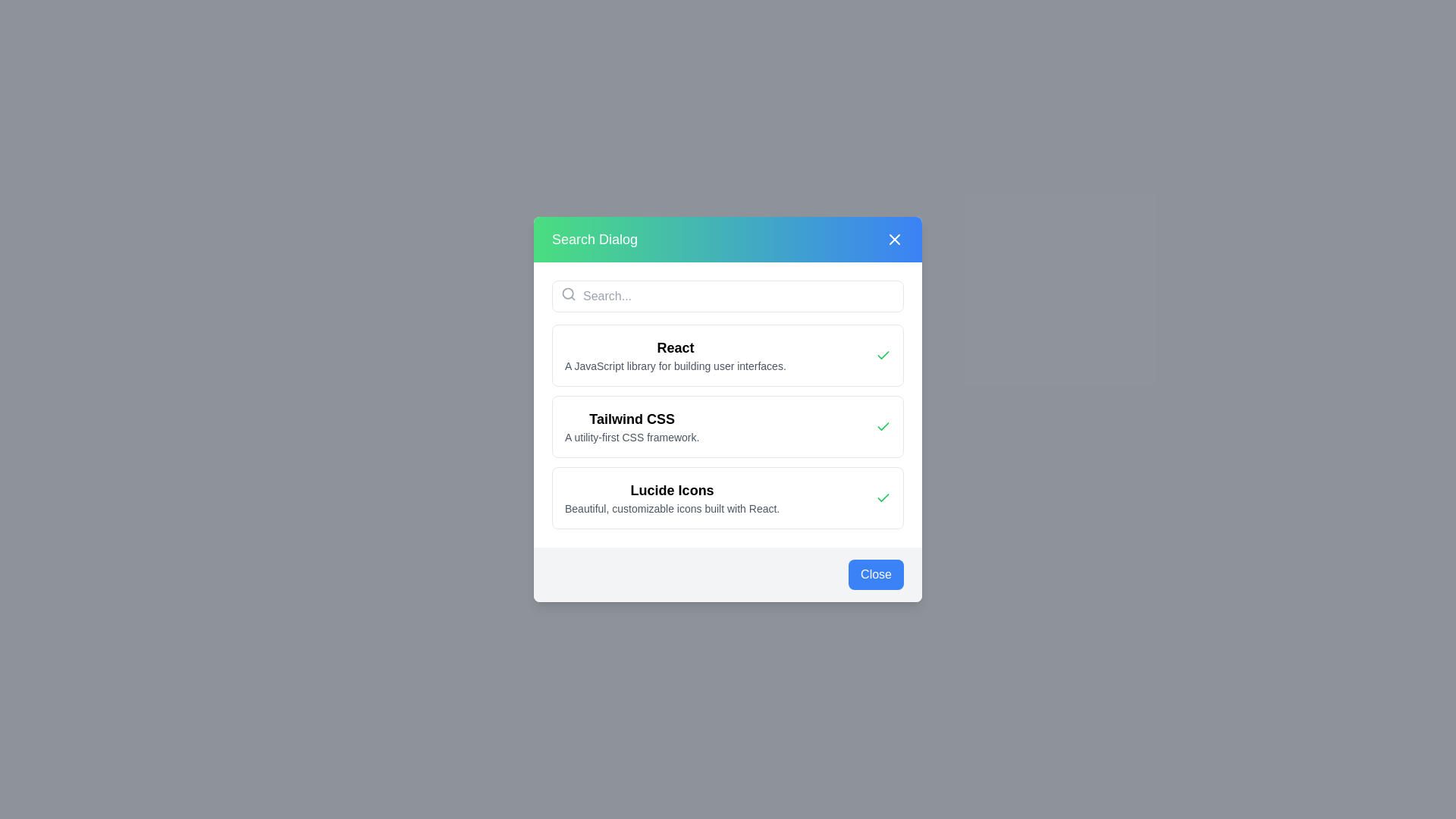  What do you see at coordinates (671, 497) in the screenshot?
I see `text description displayed in the informational text field for 'Lucide Icons' located in the third list entry of the options in the central modal dialog` at bounding box center [671, 497].